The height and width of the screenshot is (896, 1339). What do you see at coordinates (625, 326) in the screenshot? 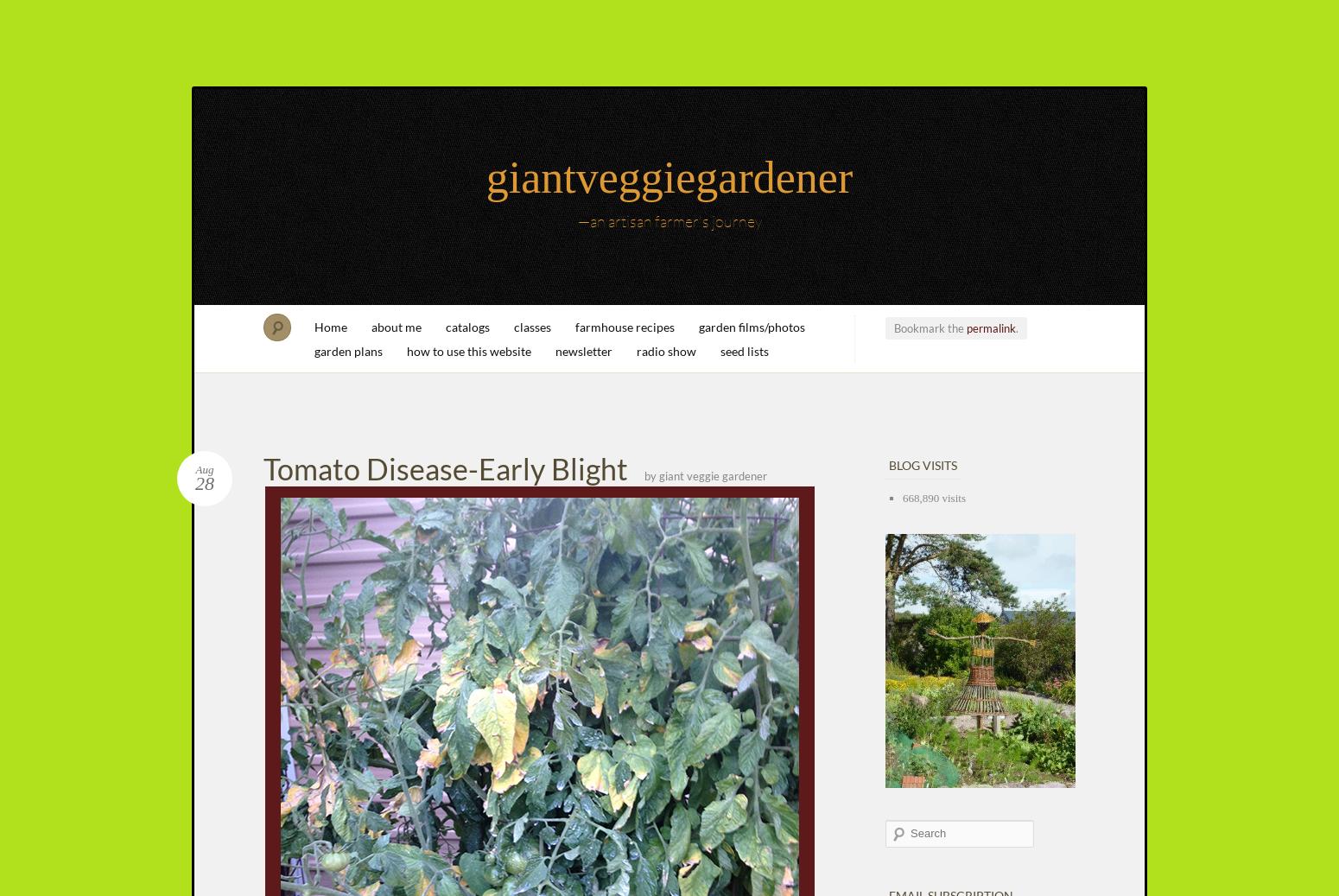
I see `'farmhouse recipes'` at bounding box center [625, 326].